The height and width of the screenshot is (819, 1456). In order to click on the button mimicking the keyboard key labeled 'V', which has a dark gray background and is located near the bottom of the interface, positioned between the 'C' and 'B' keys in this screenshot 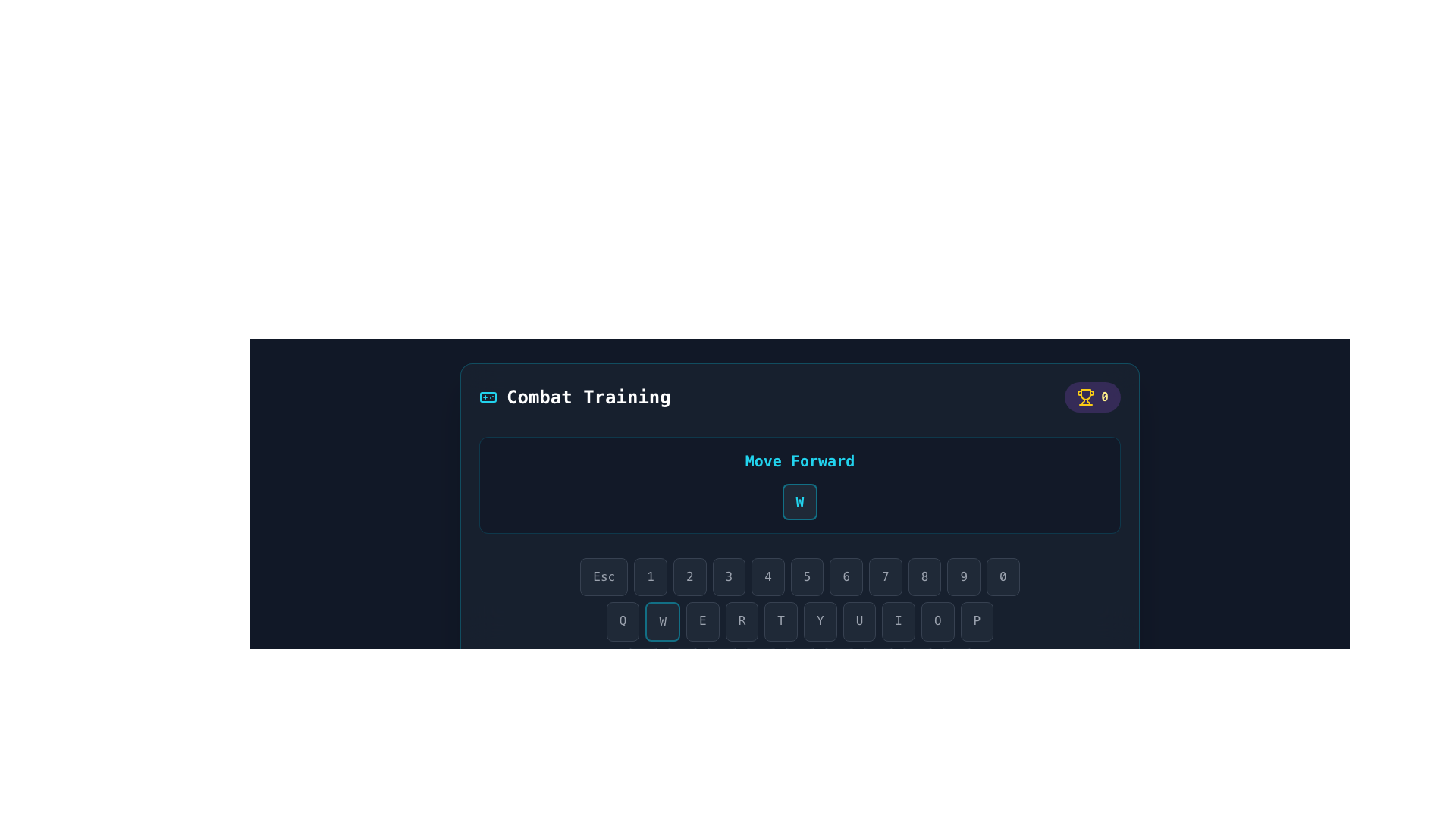, I will do `click(787, 711)`.